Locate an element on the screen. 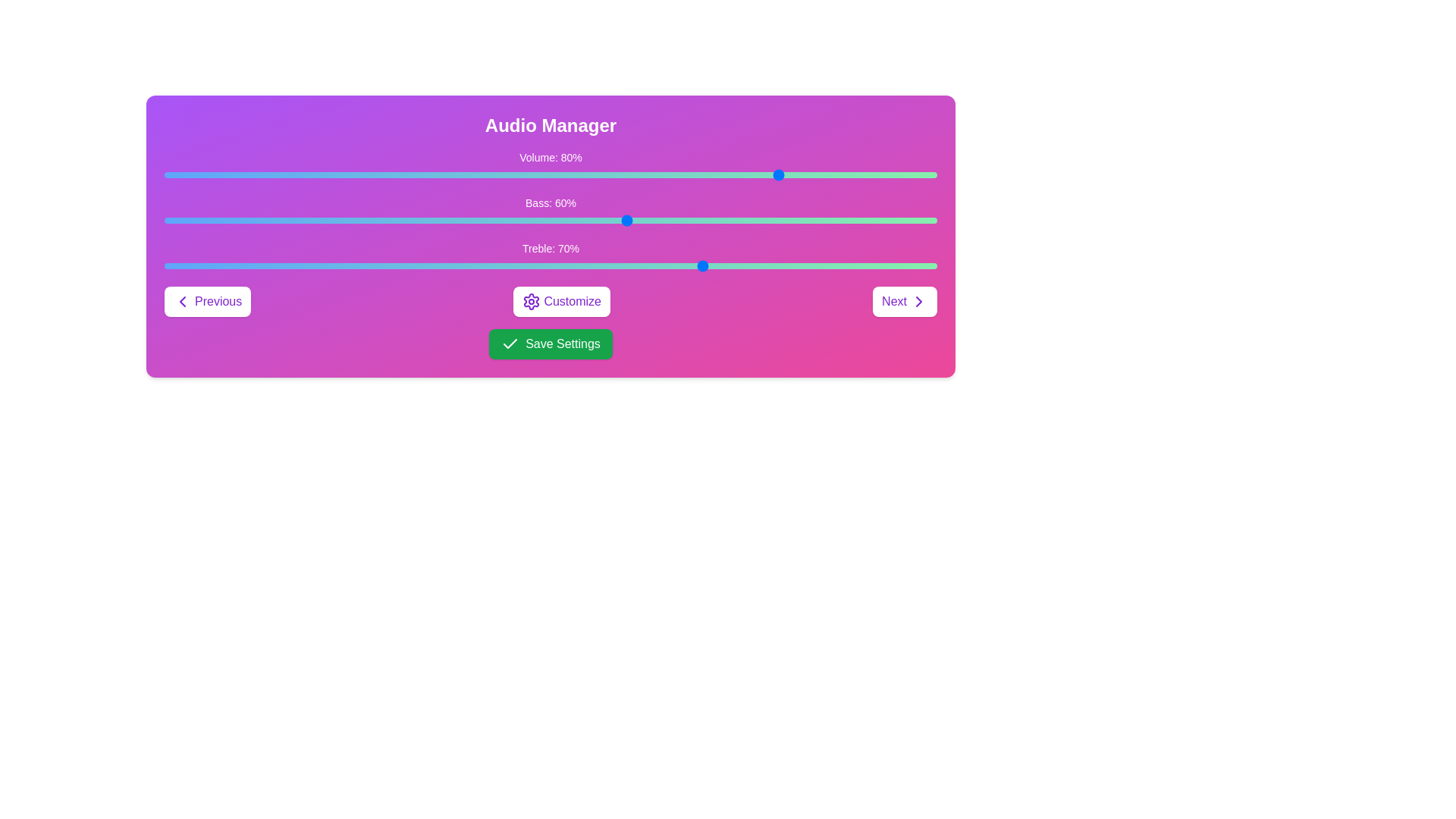 This screenshot has height=819, width=1456. the slider value is located at coordinates (280, 174).